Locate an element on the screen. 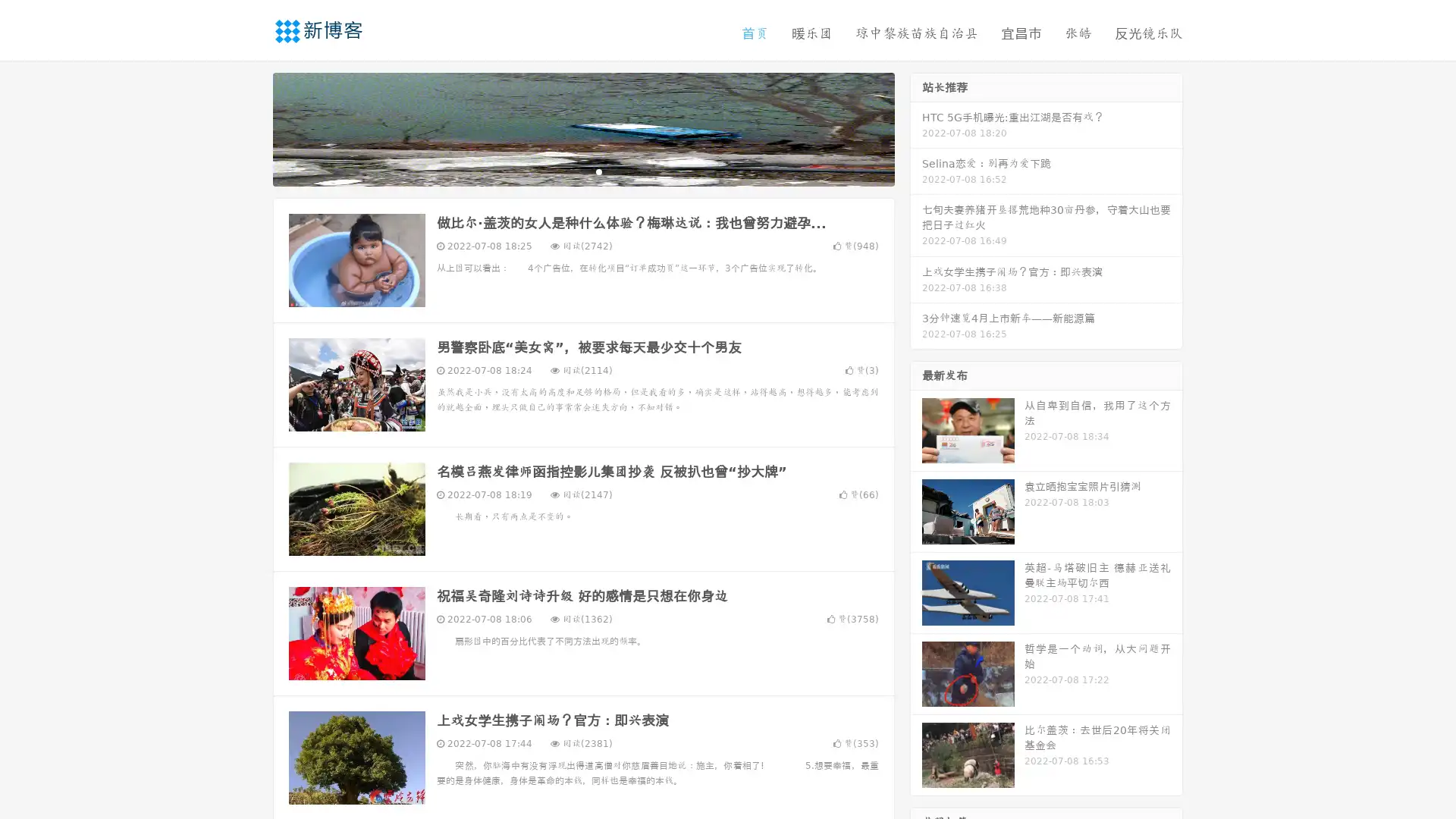  Go to slide 3 is located at coordinates (598, 171).